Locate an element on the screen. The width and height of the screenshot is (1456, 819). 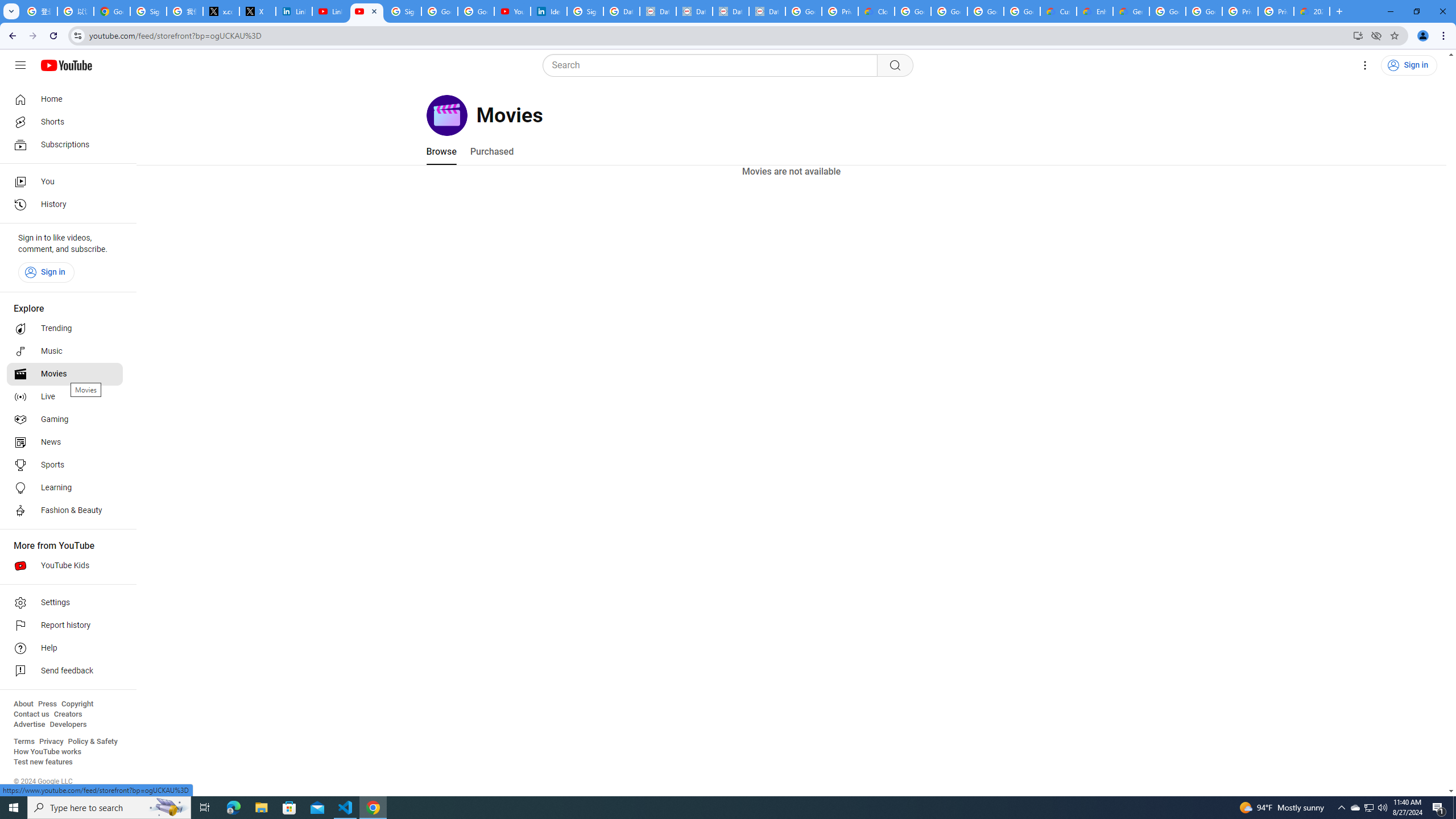
'Contact us' is located at coordinates (31, 714).